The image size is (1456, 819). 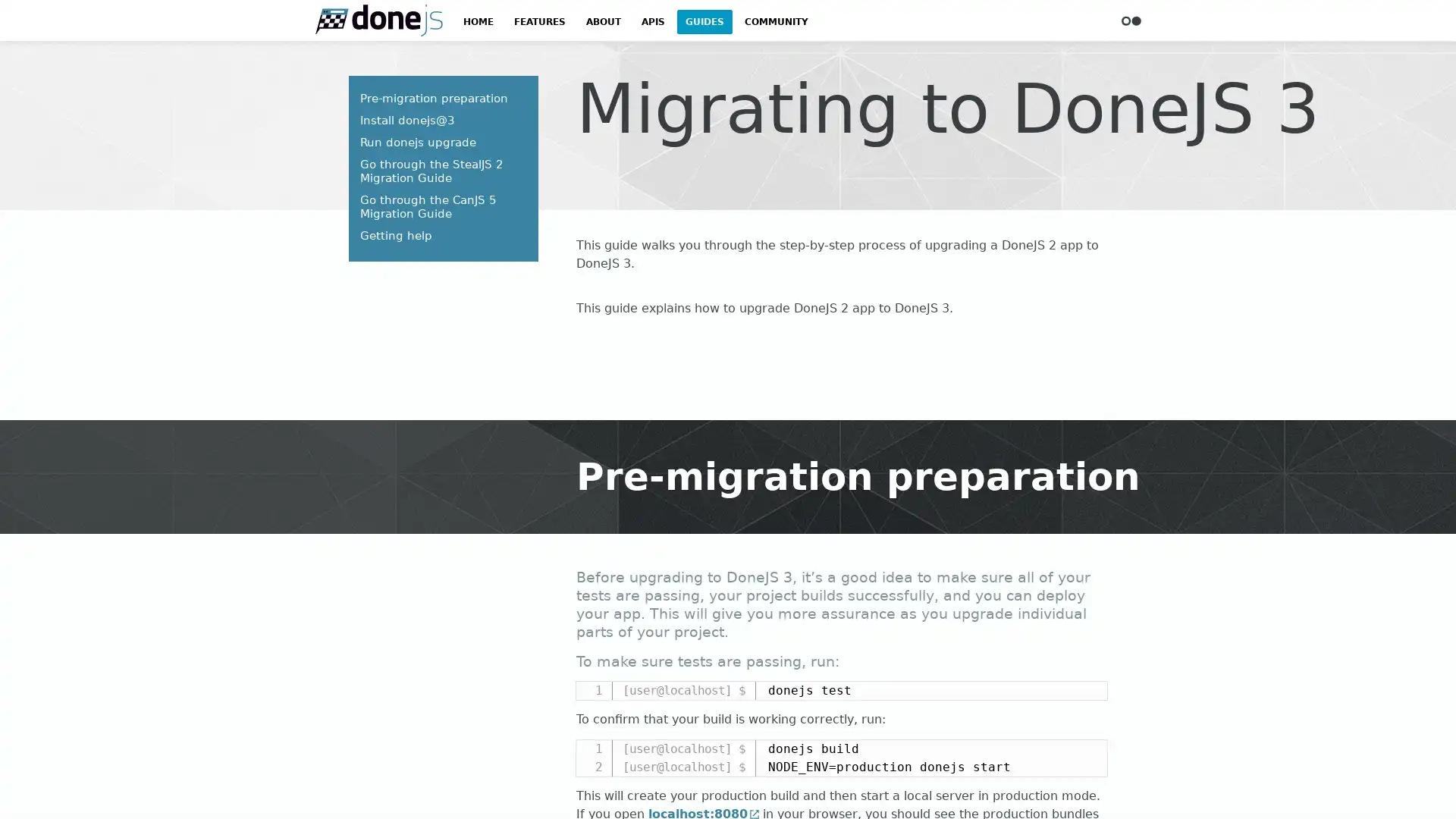 I want to click on Copy, so click(x=1088, y=692).